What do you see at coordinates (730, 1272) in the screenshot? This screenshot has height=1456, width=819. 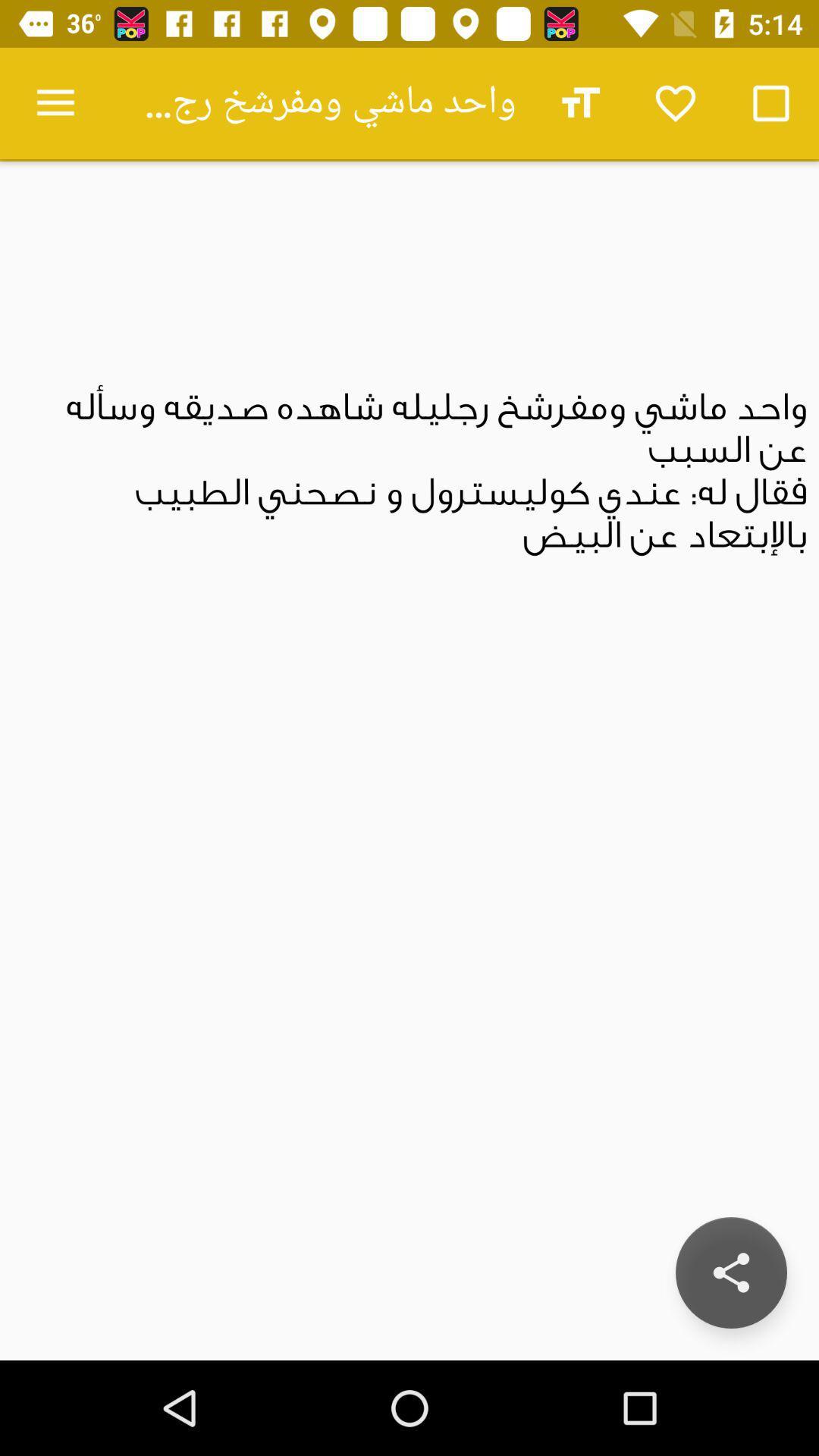 I see `the share icon` at bounding box center [730, 1272].